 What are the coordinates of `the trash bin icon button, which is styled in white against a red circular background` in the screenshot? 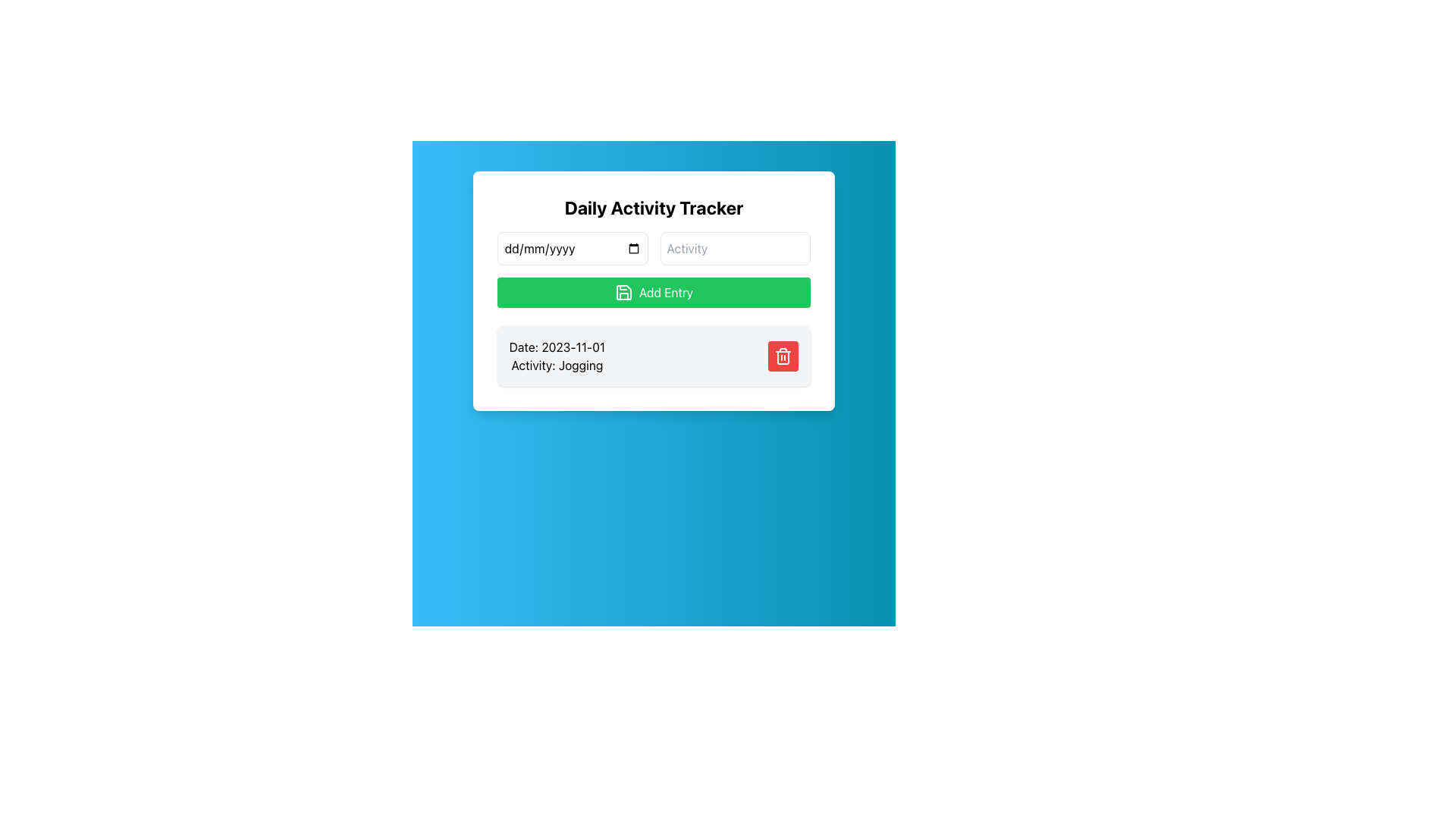 It's located at (783, 356).